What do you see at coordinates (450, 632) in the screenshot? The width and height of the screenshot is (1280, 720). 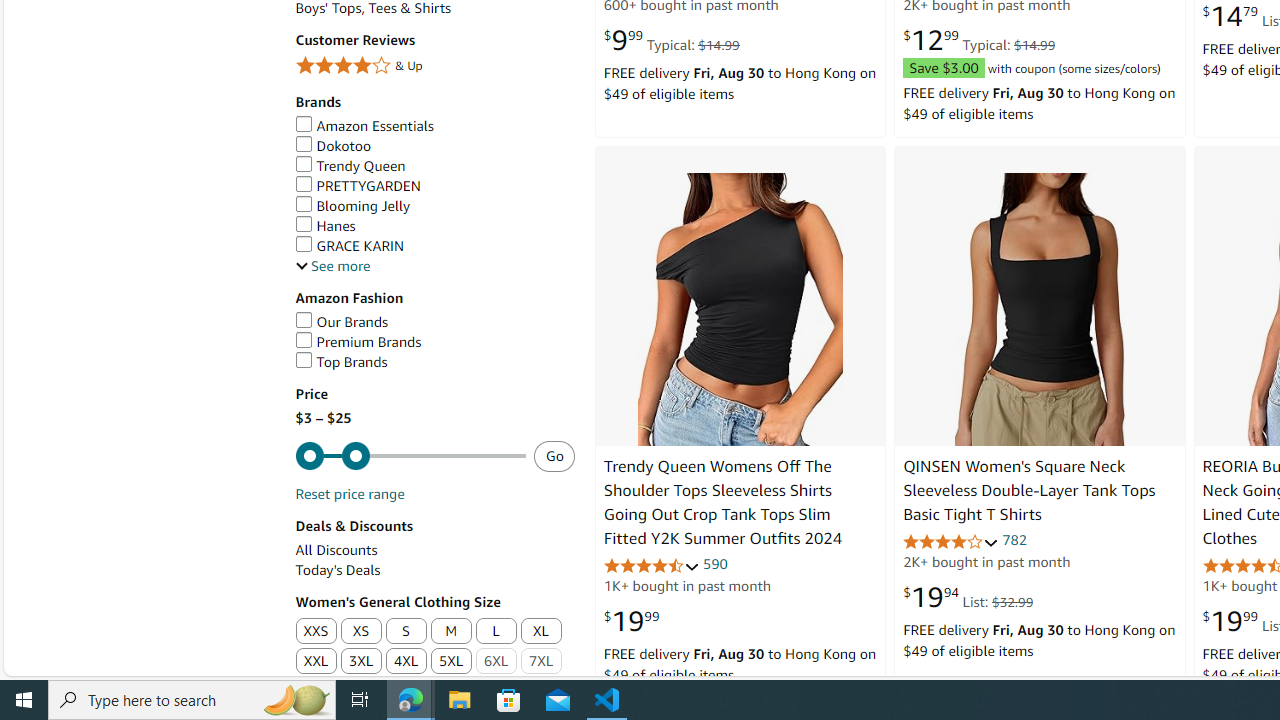 I see `'M'` at bounding box center [450, 632].